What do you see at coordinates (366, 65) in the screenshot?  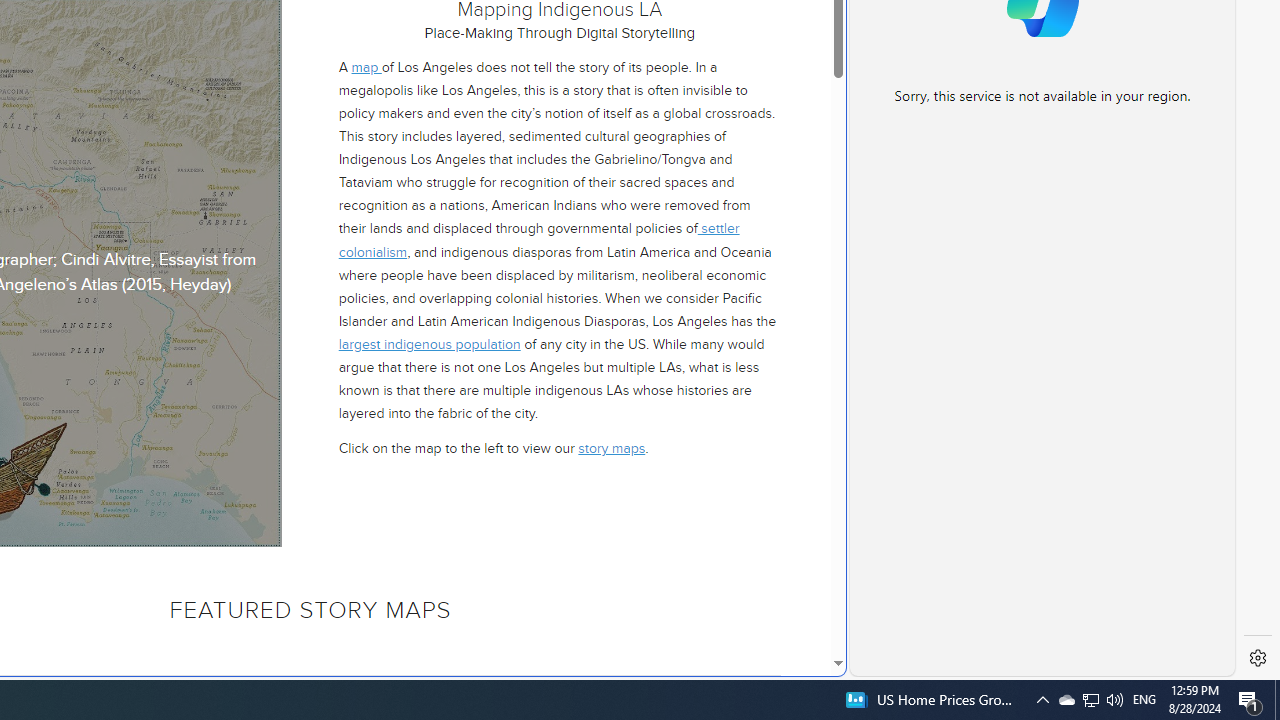 I see `'map '` at bounding box center [366, 65].